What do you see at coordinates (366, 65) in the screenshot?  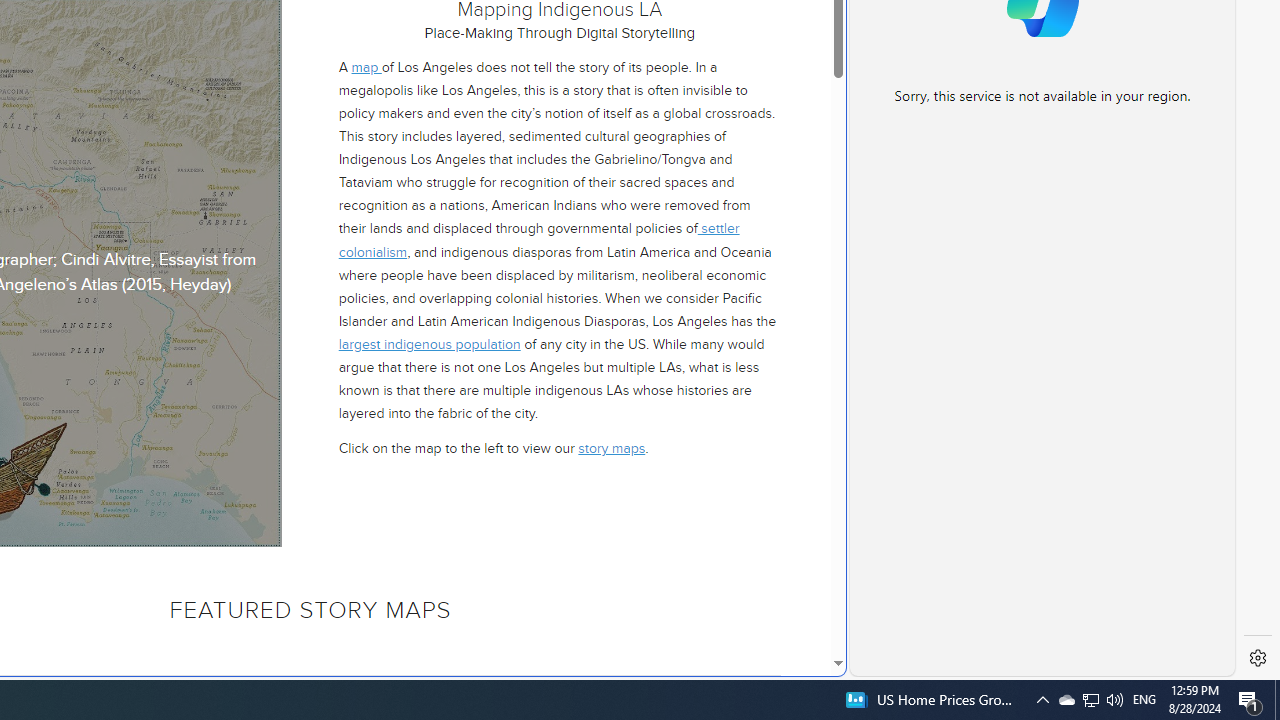 I see `'map '` at bounding box center [366, 65].